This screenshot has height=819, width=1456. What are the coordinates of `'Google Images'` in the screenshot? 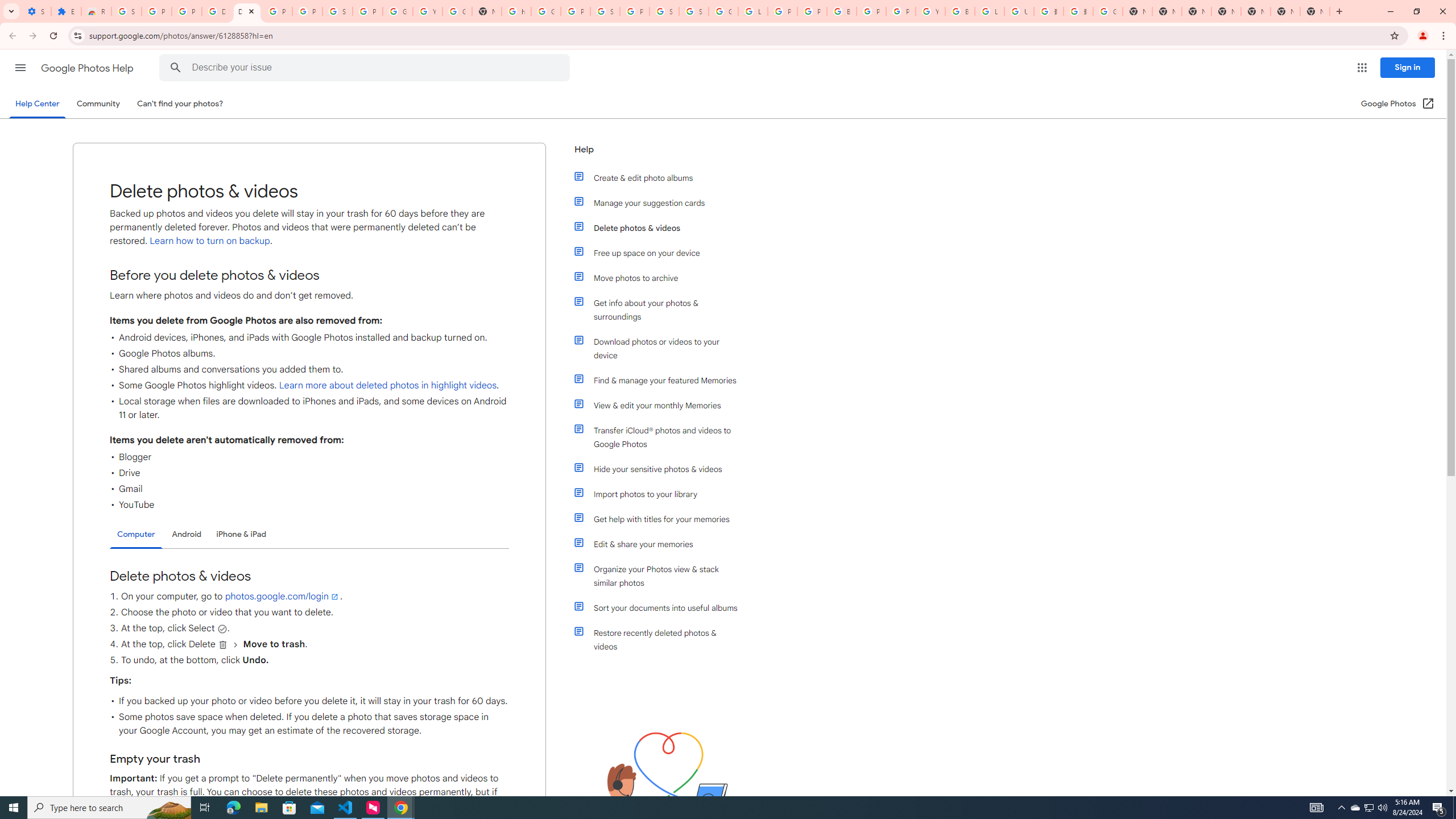 It's located at (1108, 11).